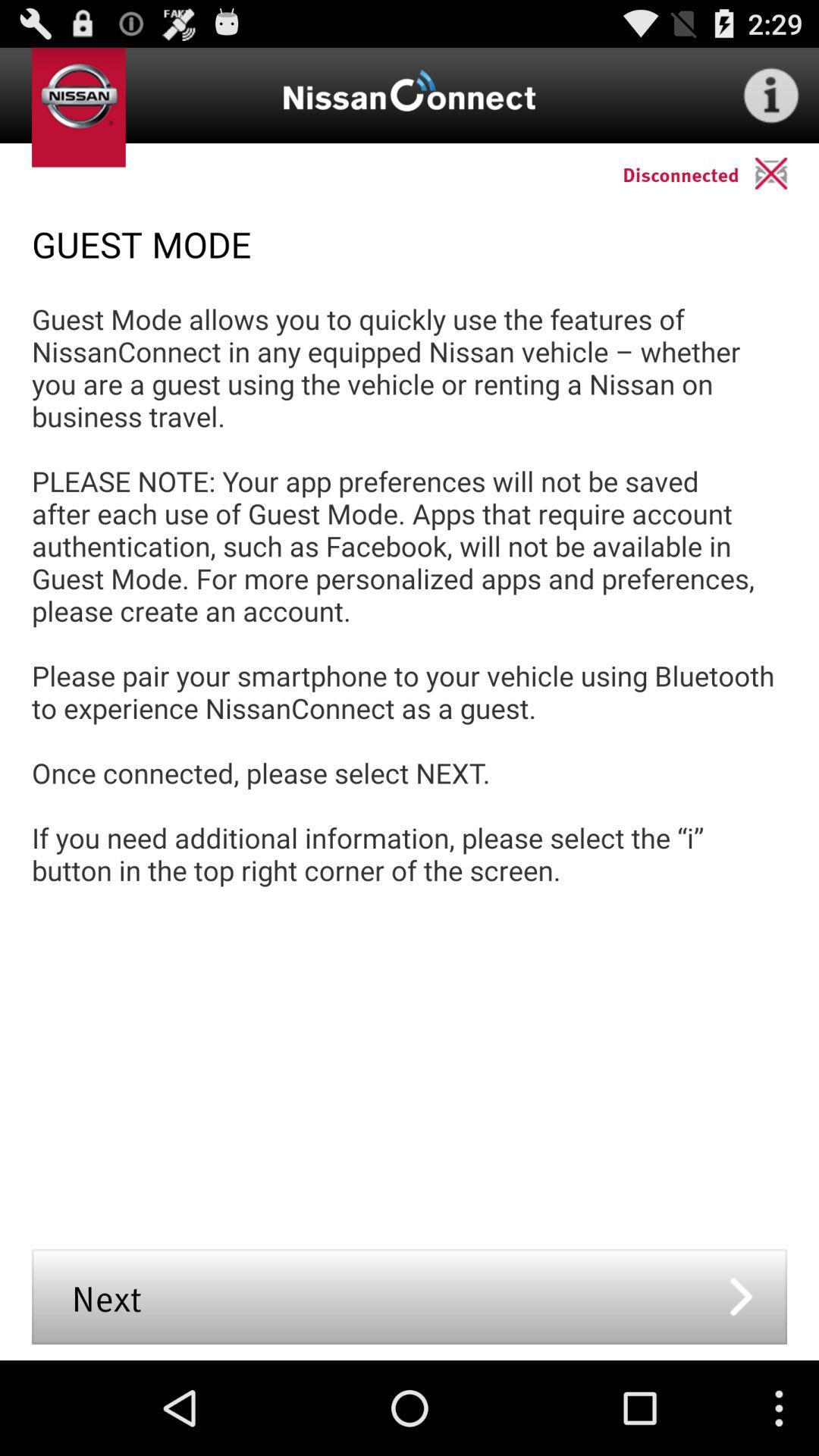 The image size is (819, 1456). What do you see at coordinates (771, 101) in the screenshot?
I see `the info icon` at bounding box center [771, 101].